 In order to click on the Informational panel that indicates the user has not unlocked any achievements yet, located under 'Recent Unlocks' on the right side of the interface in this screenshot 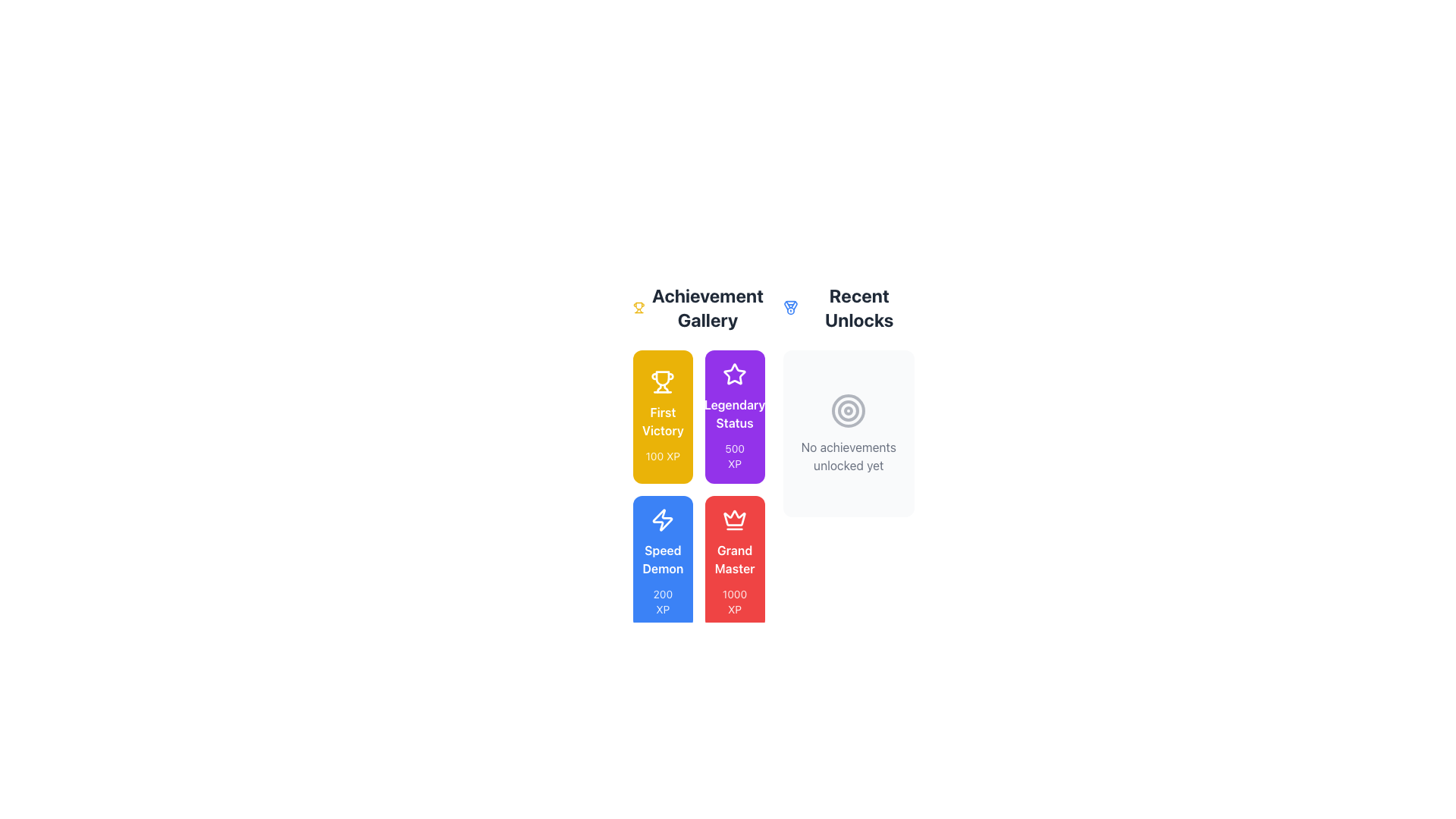, I will do `click(848, 433)`.